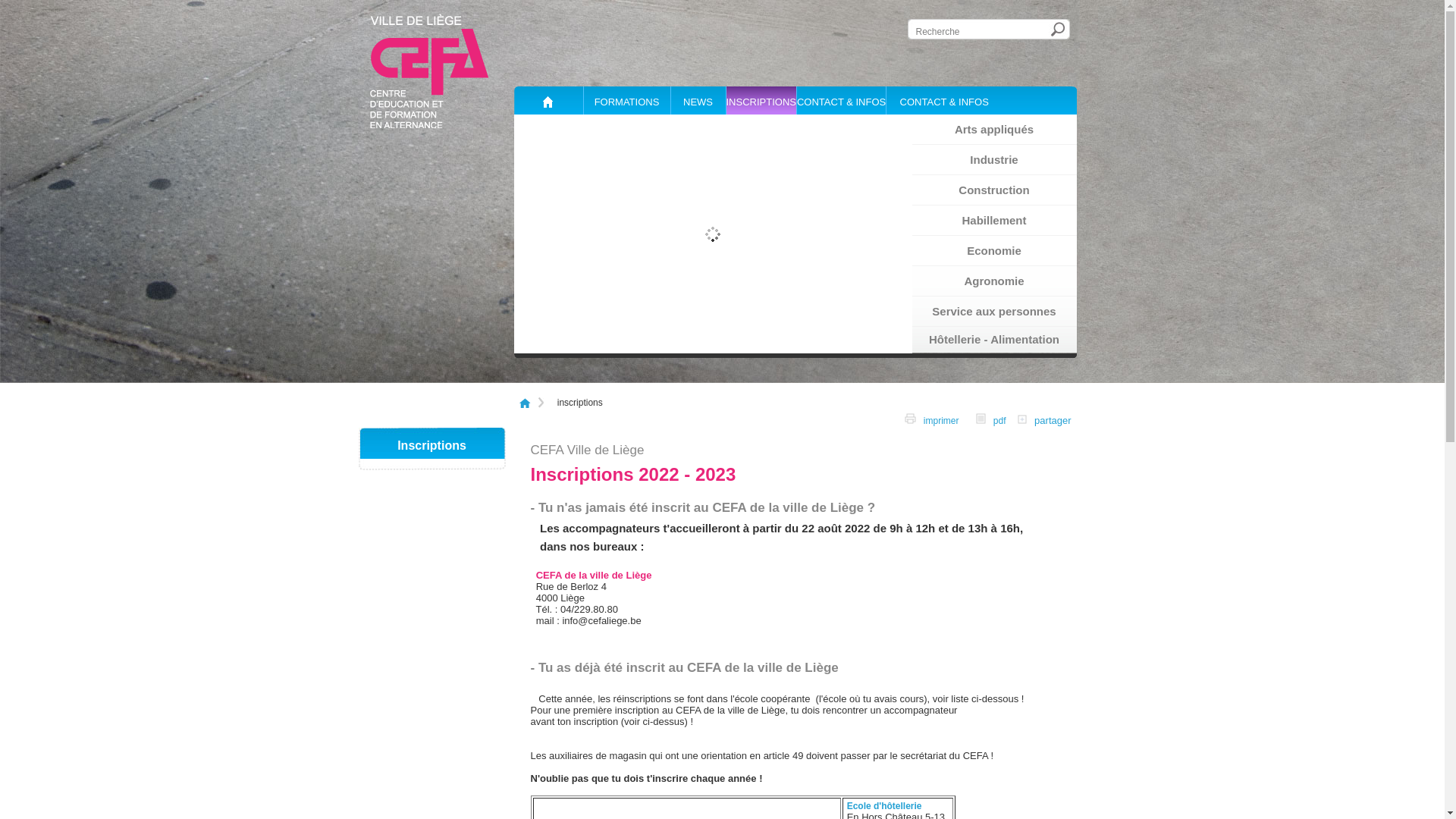 This screenshot has width=1456, height=819. What do you see at coordinates (760, 100) in the screenshot?
I see `'INSCRIPTIONS'` at bounding box center [760, 100].